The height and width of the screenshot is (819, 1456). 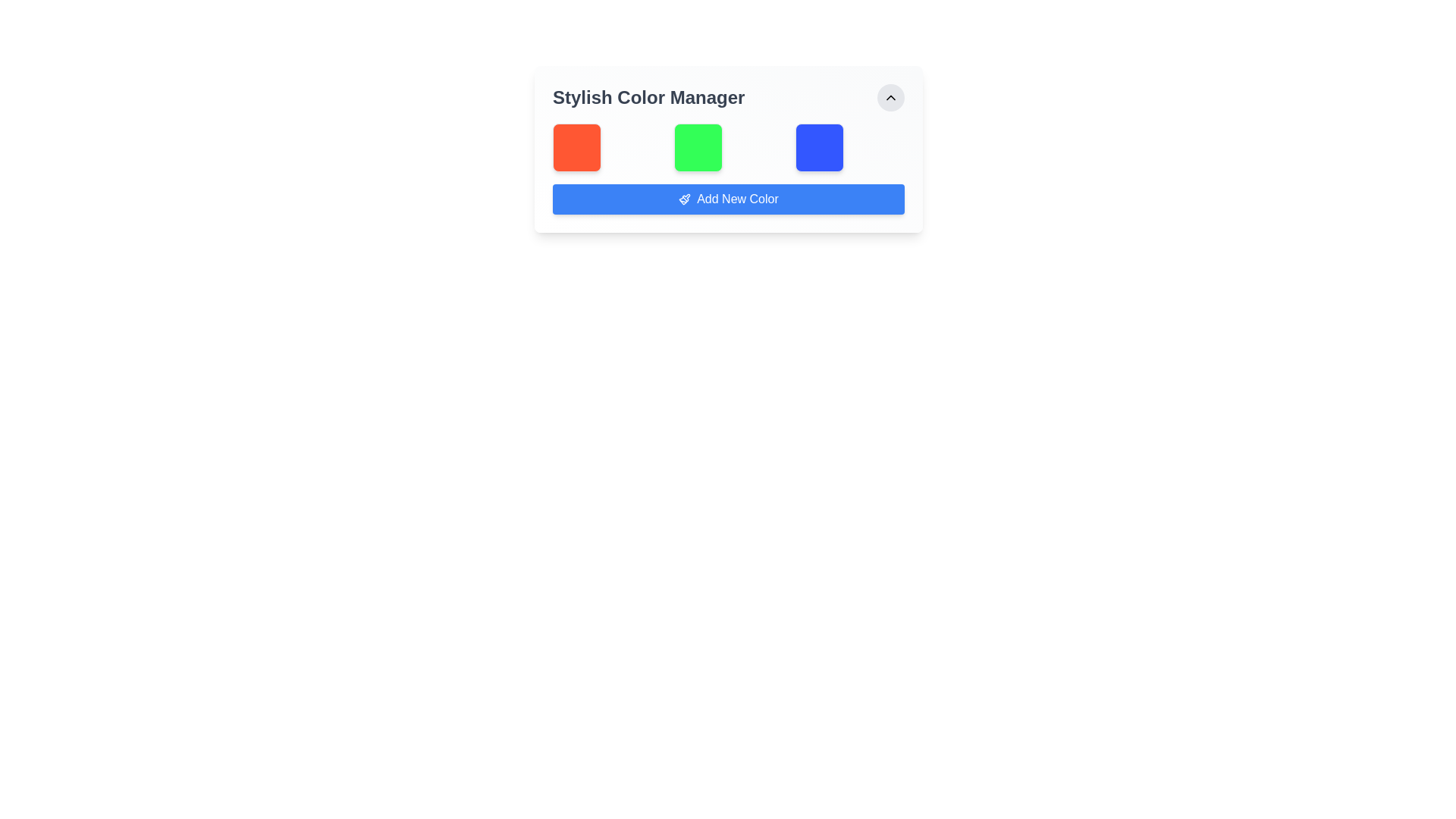 What do you see at coordinates (684, 198) in the screenshot?
I see `the icon located inside the blue button labeled 'Add New Color' to the left of the text` at bounding box center [684, 198].